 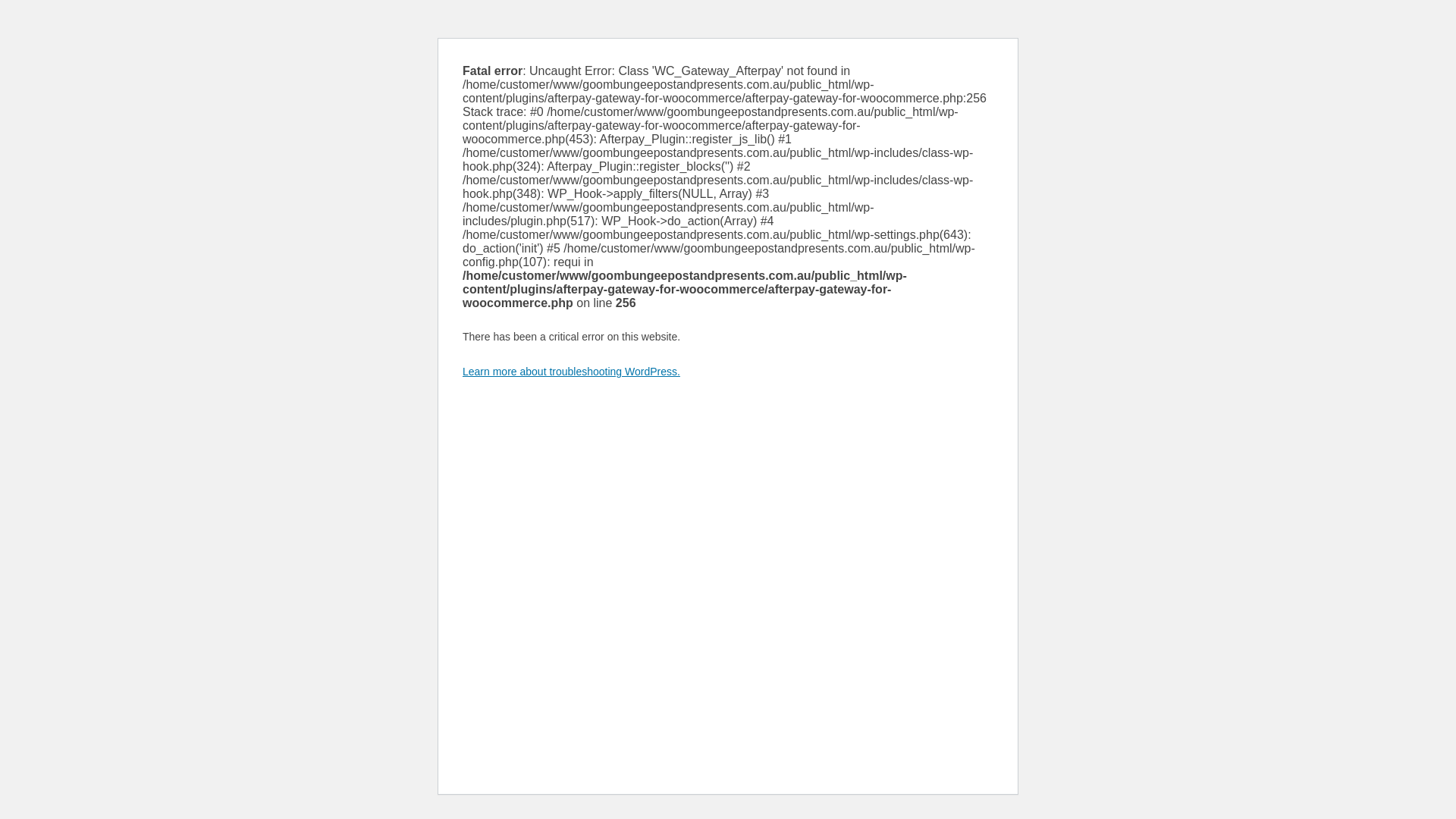 What do you see at coordinates (570, 371) in the screenshot?
I see `'Learn more about troubleshooting WordPress.'` at bounding box center [570, 371].